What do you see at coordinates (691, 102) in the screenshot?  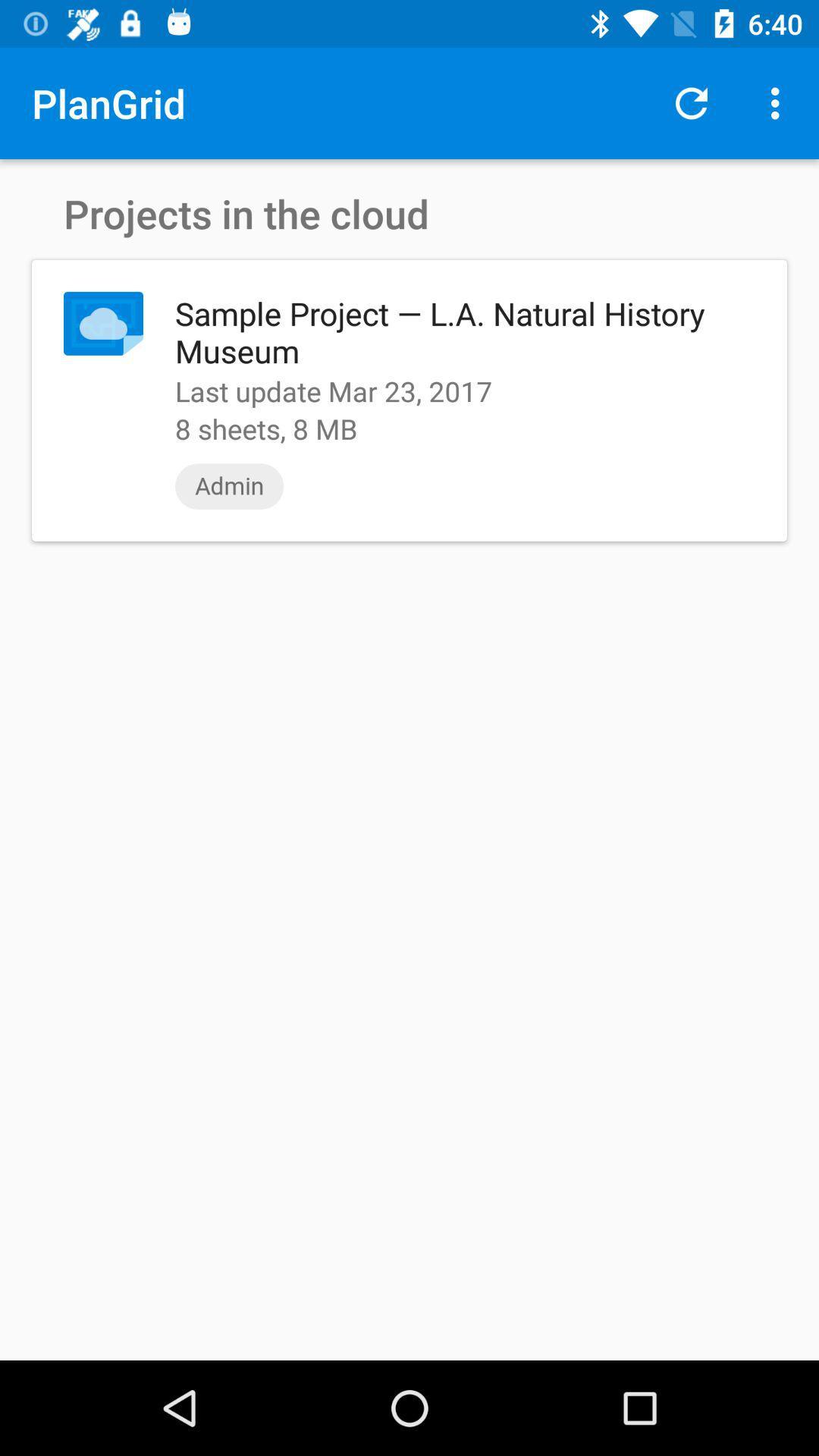 I see `item above sample project l icon` at bounding box center [691, 102].